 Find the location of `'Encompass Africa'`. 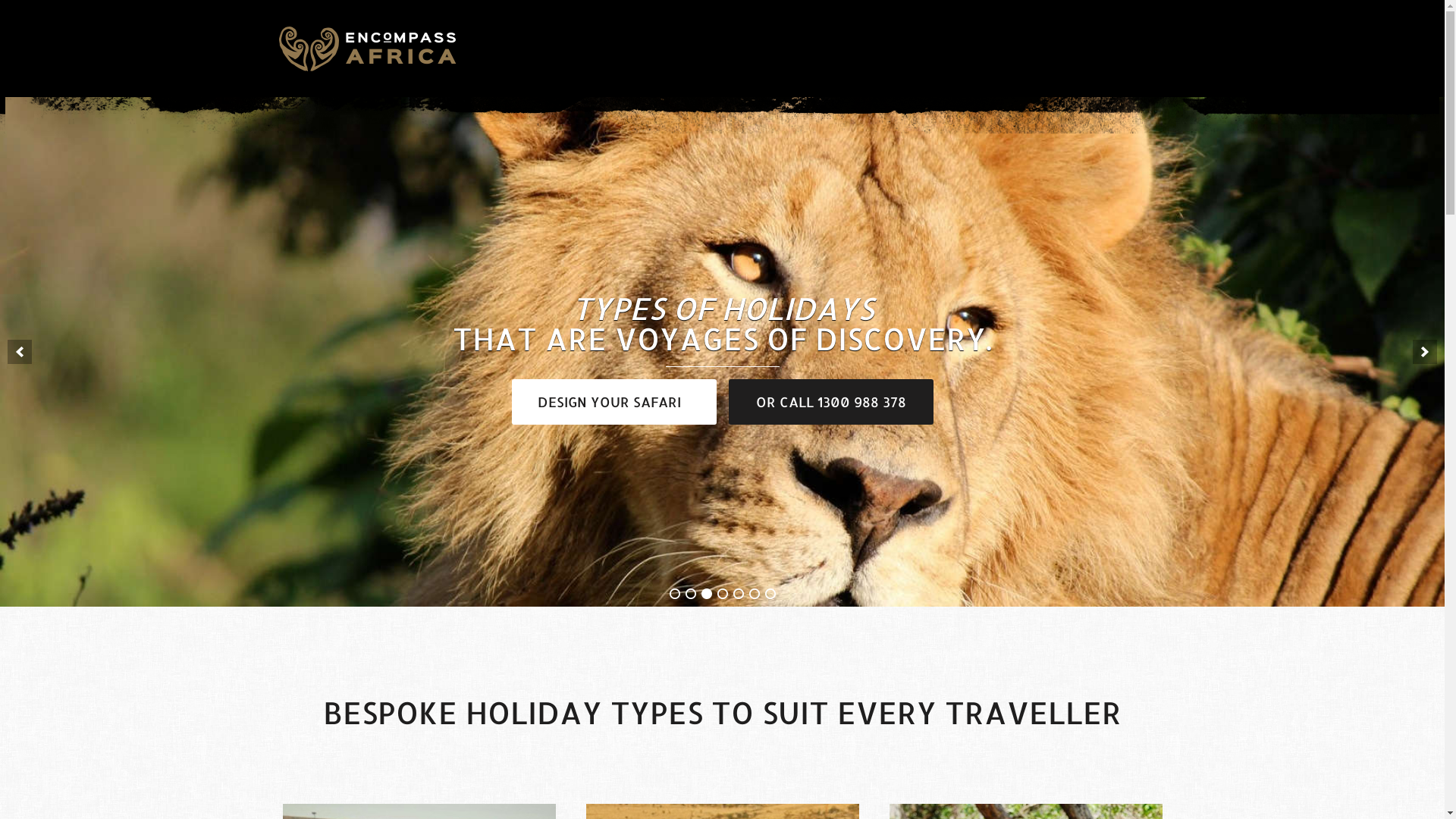

'Encompass Africa' is located at coordinates (279, 48).